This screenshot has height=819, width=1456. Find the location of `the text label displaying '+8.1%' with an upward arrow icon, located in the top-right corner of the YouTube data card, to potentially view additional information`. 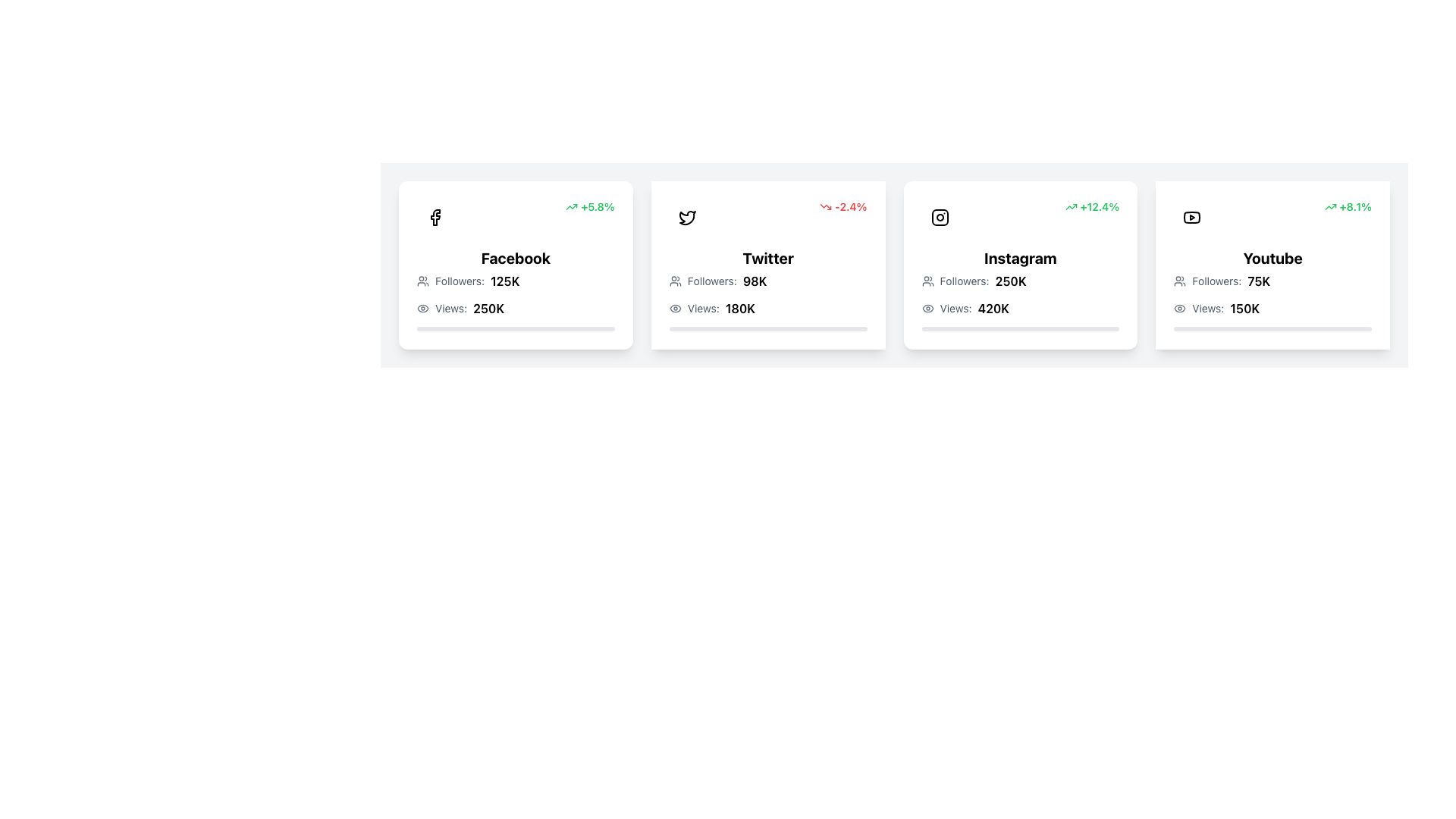

the text label displaying '+8.1%' with an upward arrow icon, located in the top-right corner of the YouTube data card, to potentially view additional information is located at coordinates (1348, 207).